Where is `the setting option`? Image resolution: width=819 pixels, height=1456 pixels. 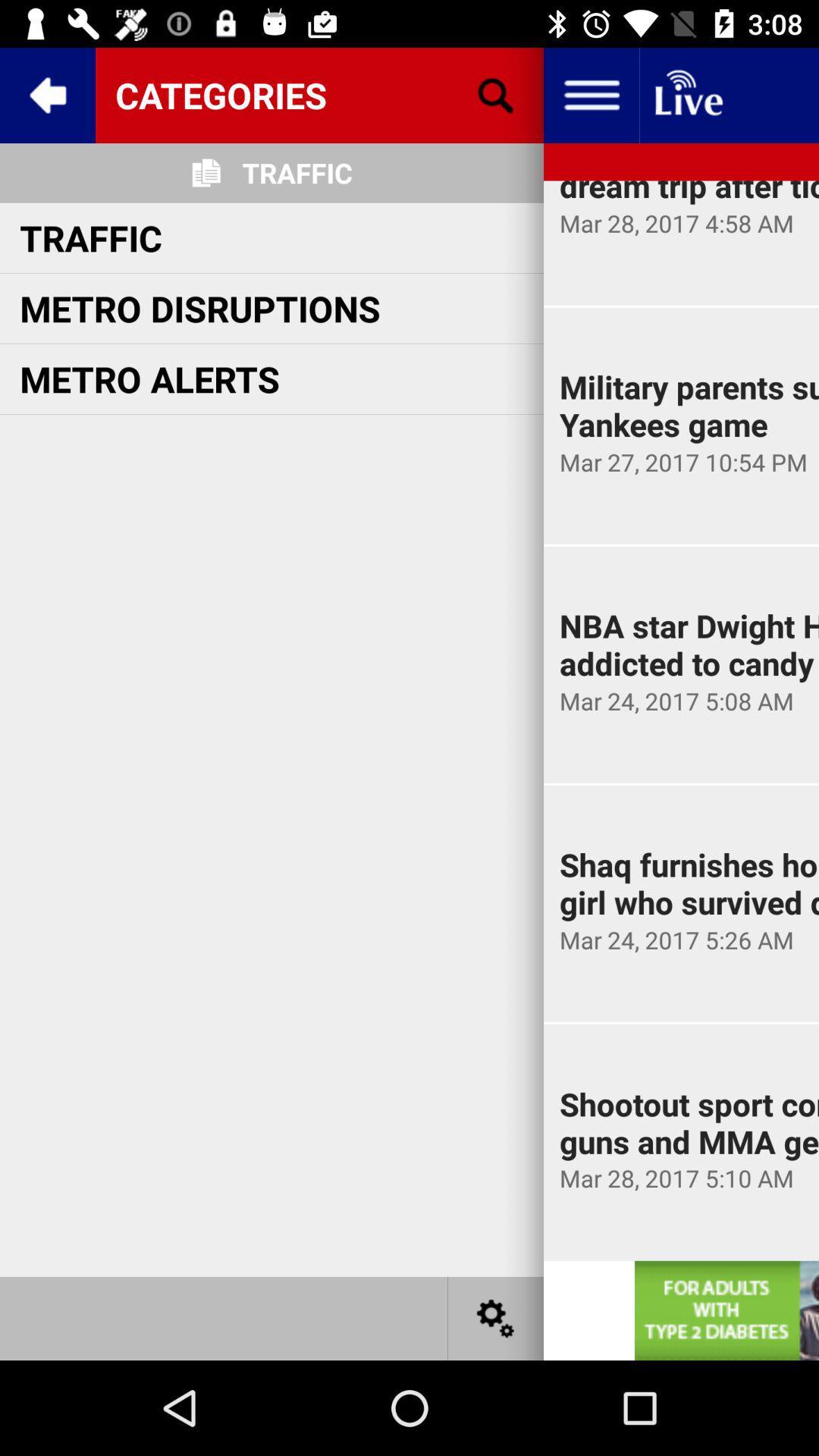 the setting option is located at coordinates (496, 1317).